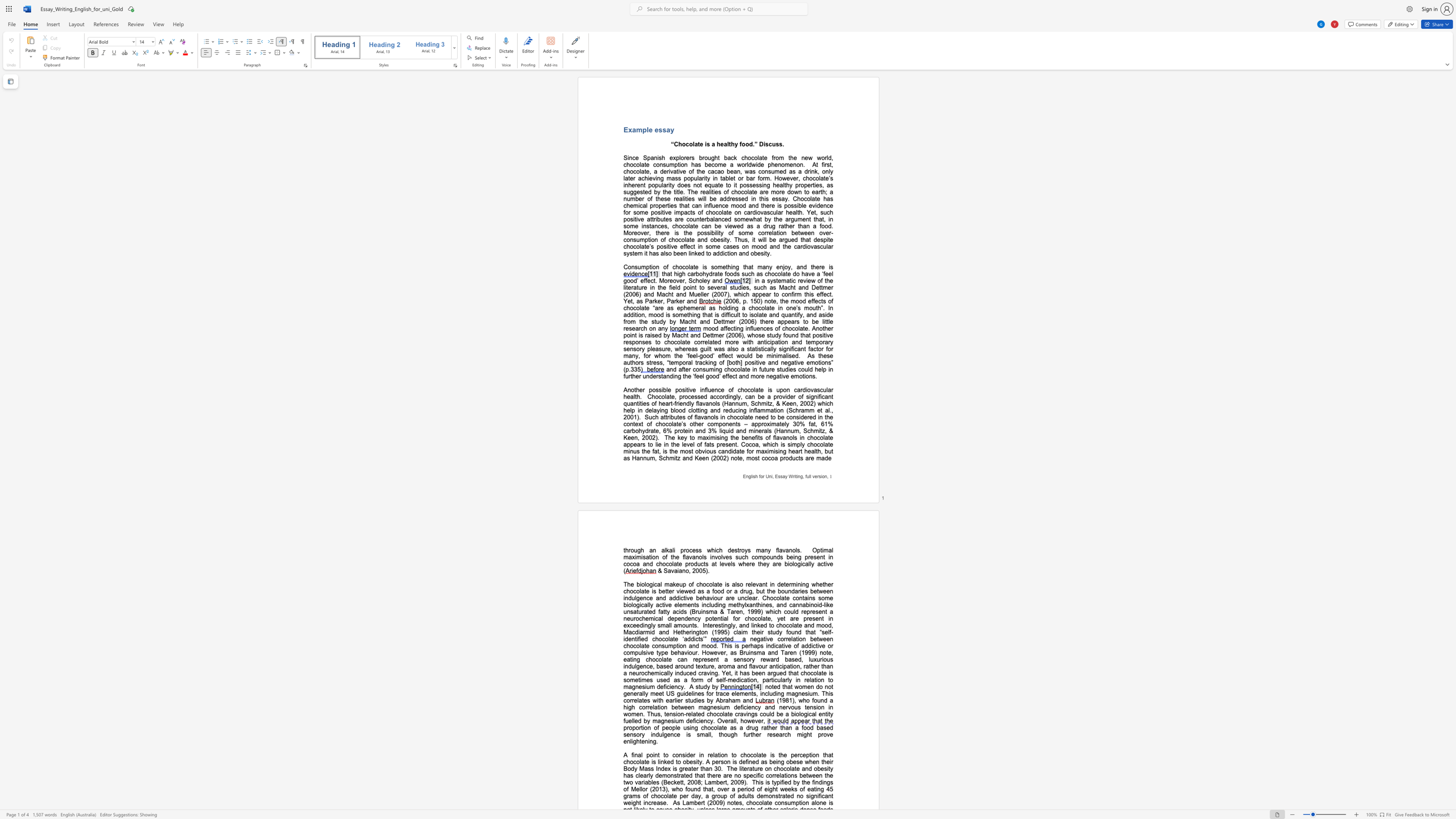 The height and width of the screenshot is (819, 1456). I want to click on the subset text "of the flavanols involves such compounds being present in cocoa and chocolate" within the text "Optimal maximisation of the flavanols involves such compounds being present in cocoa and chocolate products at levels where they are biologically active (", so click(662, 557).